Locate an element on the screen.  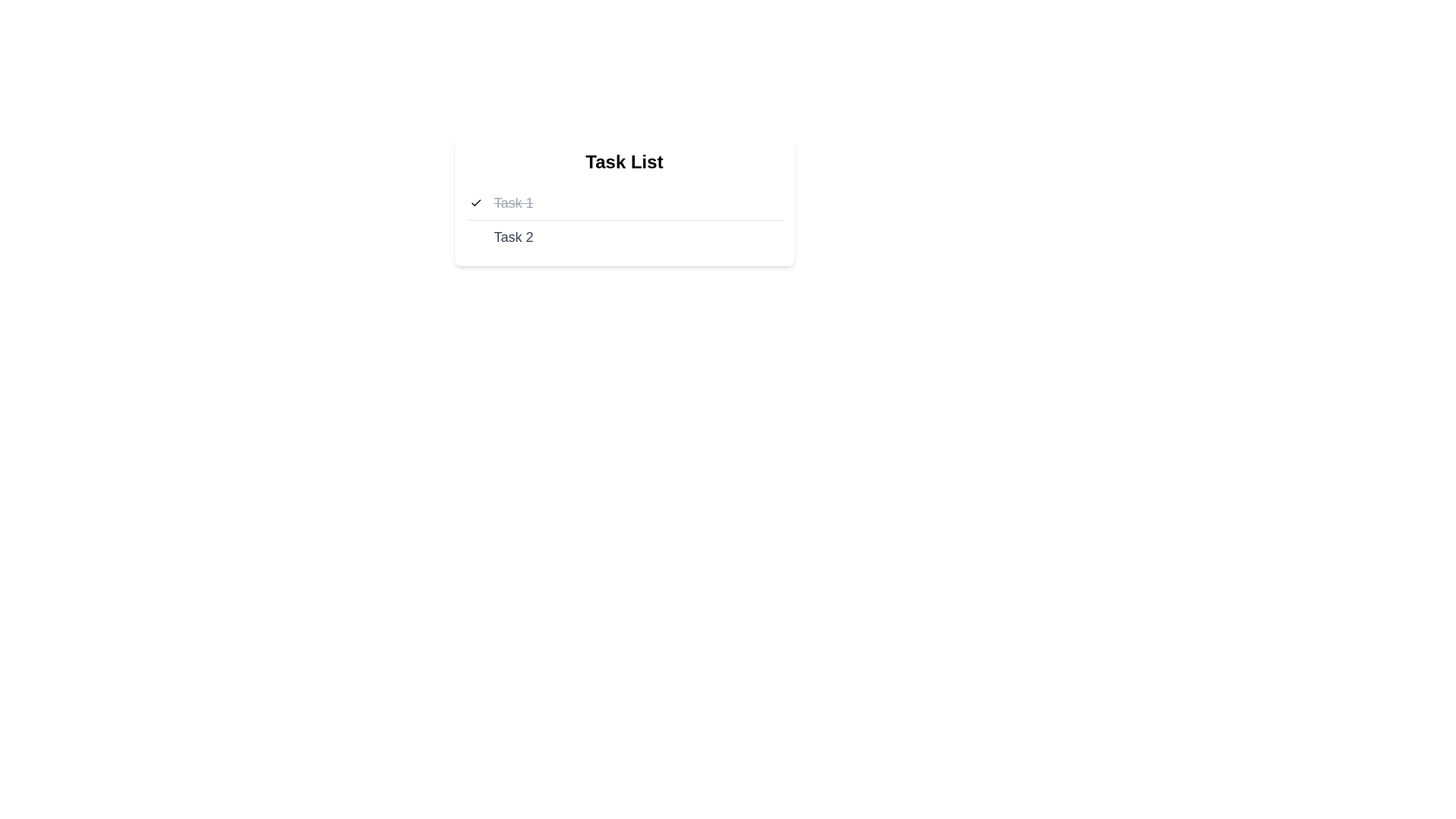
the checkbox icon with a green checkmark styled as an icon, located on the left side of 'Task 1' in the task list component is located at coordinates (475, 202).